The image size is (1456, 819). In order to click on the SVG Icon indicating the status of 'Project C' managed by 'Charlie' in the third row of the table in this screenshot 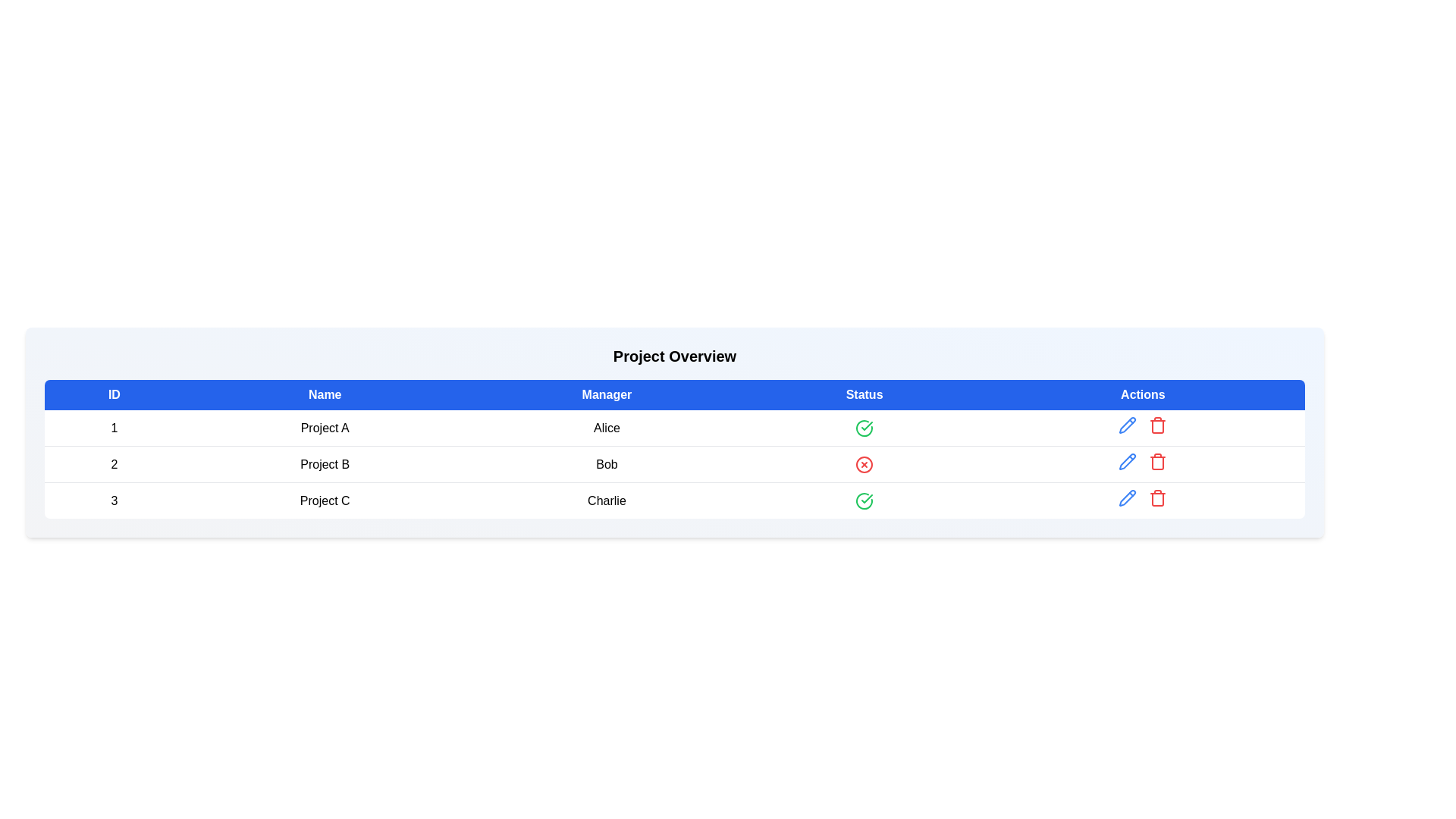, I will do `click(864, 500)`.